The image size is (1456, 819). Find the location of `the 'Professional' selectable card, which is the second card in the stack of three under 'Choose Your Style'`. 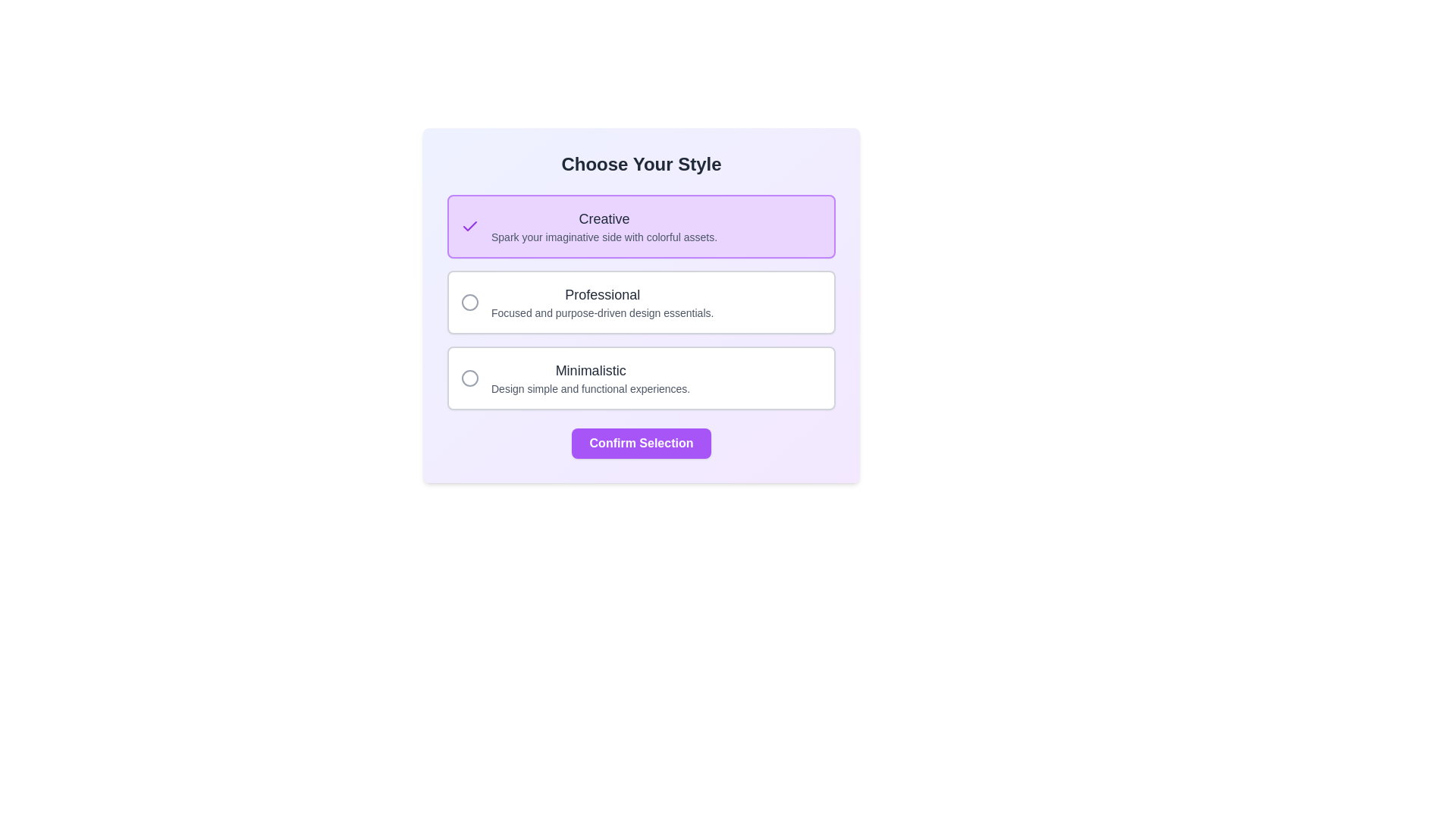

the 'Professional' selectable card, which is the second card in the stack of three under 'Choose Your Style' is located at coordinates (641, 305).